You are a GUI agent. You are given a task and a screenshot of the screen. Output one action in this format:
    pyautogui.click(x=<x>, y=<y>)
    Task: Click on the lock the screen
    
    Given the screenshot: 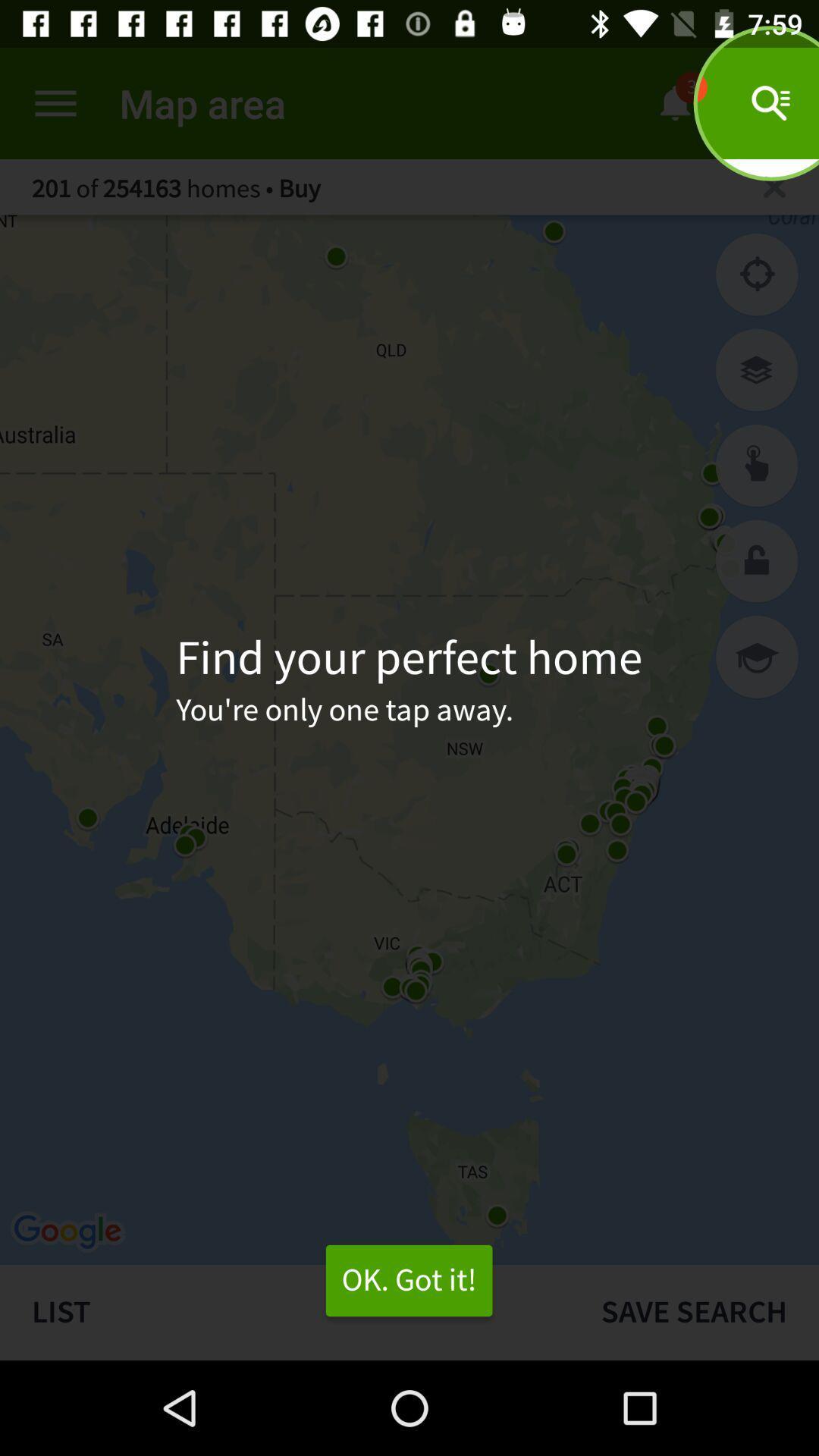 What is the action you would take?
    pyautogui.click(x=757, y=560)
    